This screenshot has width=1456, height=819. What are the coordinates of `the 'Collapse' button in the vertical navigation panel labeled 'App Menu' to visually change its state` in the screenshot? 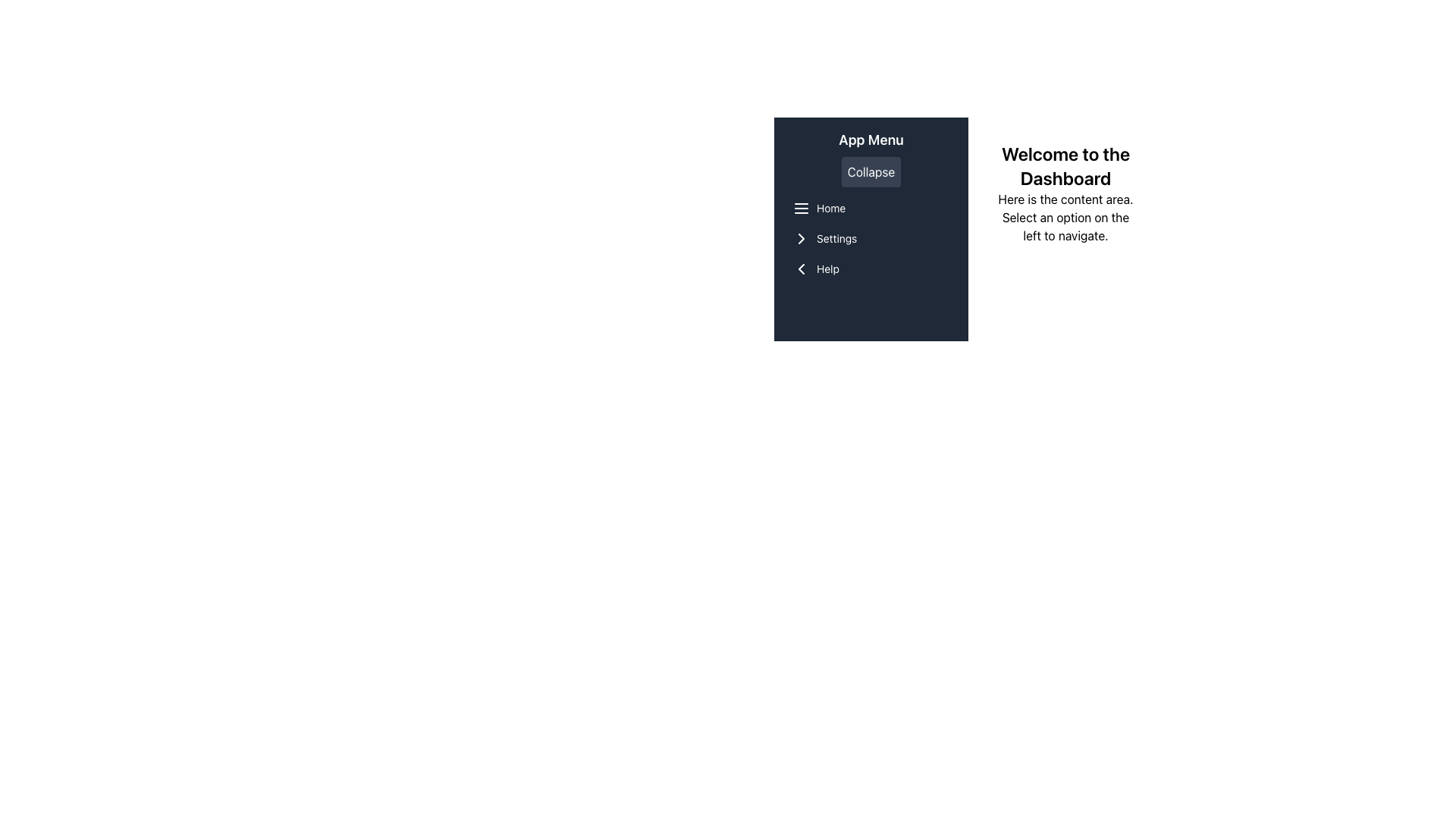 It's located at (871, 171).